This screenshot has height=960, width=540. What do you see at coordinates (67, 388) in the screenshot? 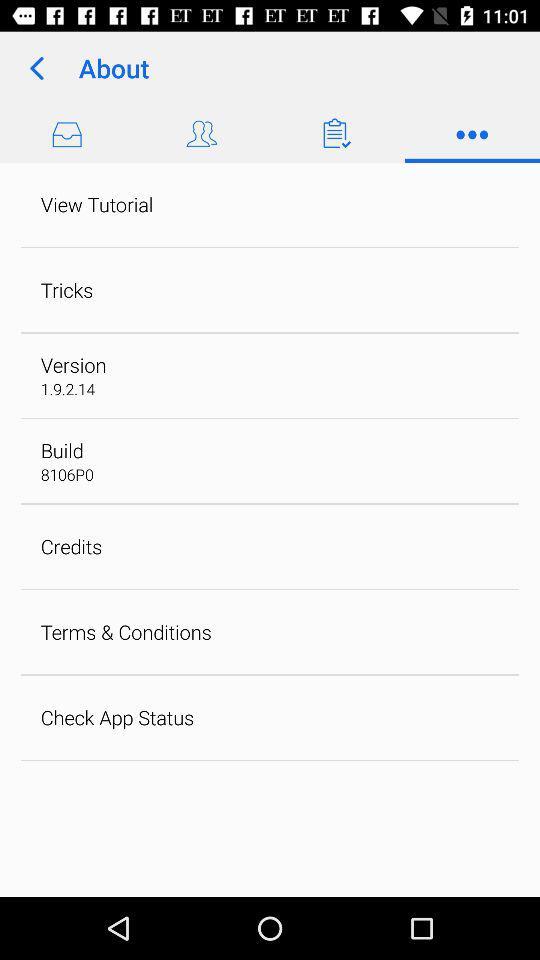
I see `app above build app` at bounding box center [67, 388].